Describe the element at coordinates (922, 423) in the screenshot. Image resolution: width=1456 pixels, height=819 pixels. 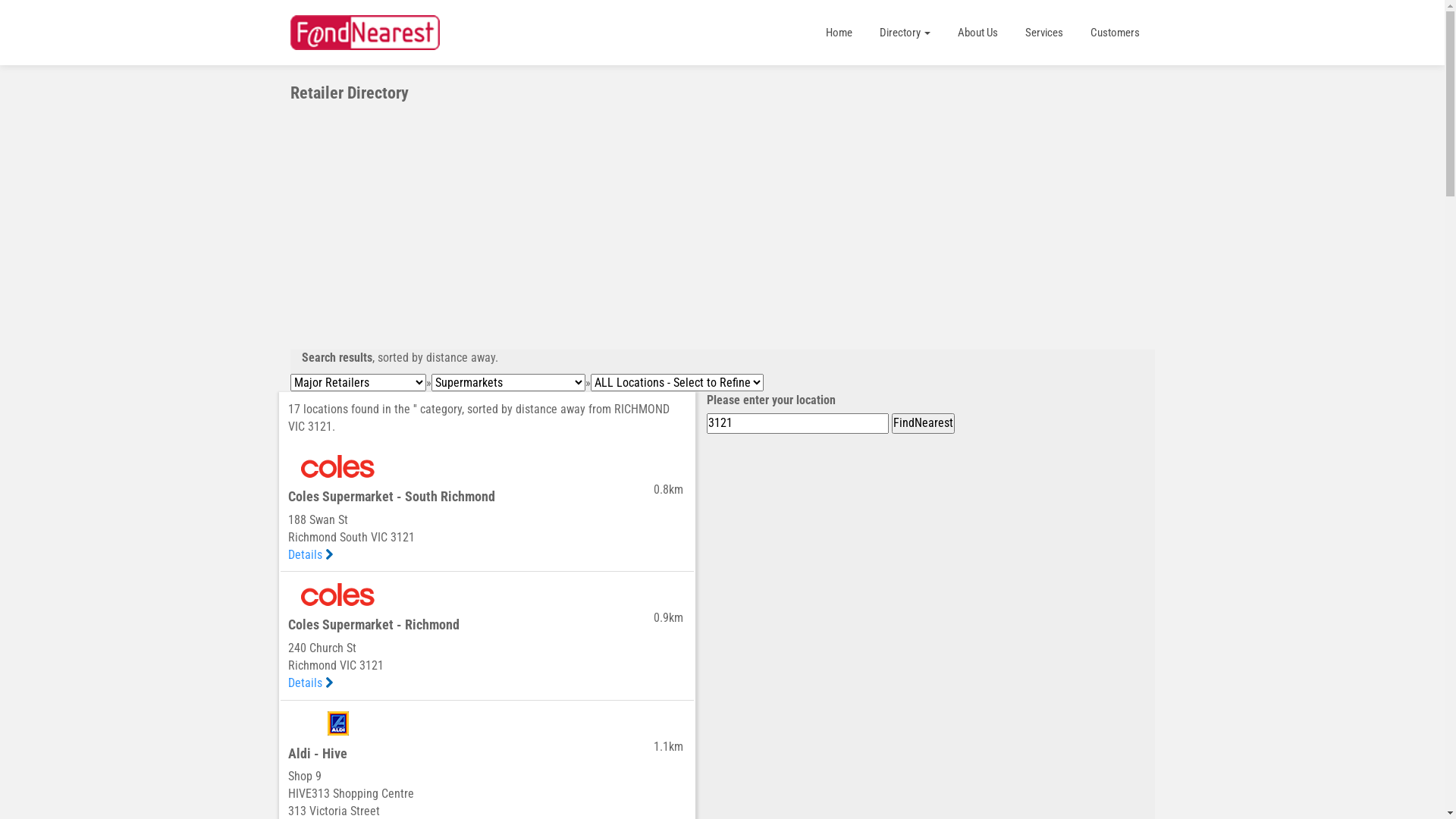
I see `'FindNearest'` at that location.